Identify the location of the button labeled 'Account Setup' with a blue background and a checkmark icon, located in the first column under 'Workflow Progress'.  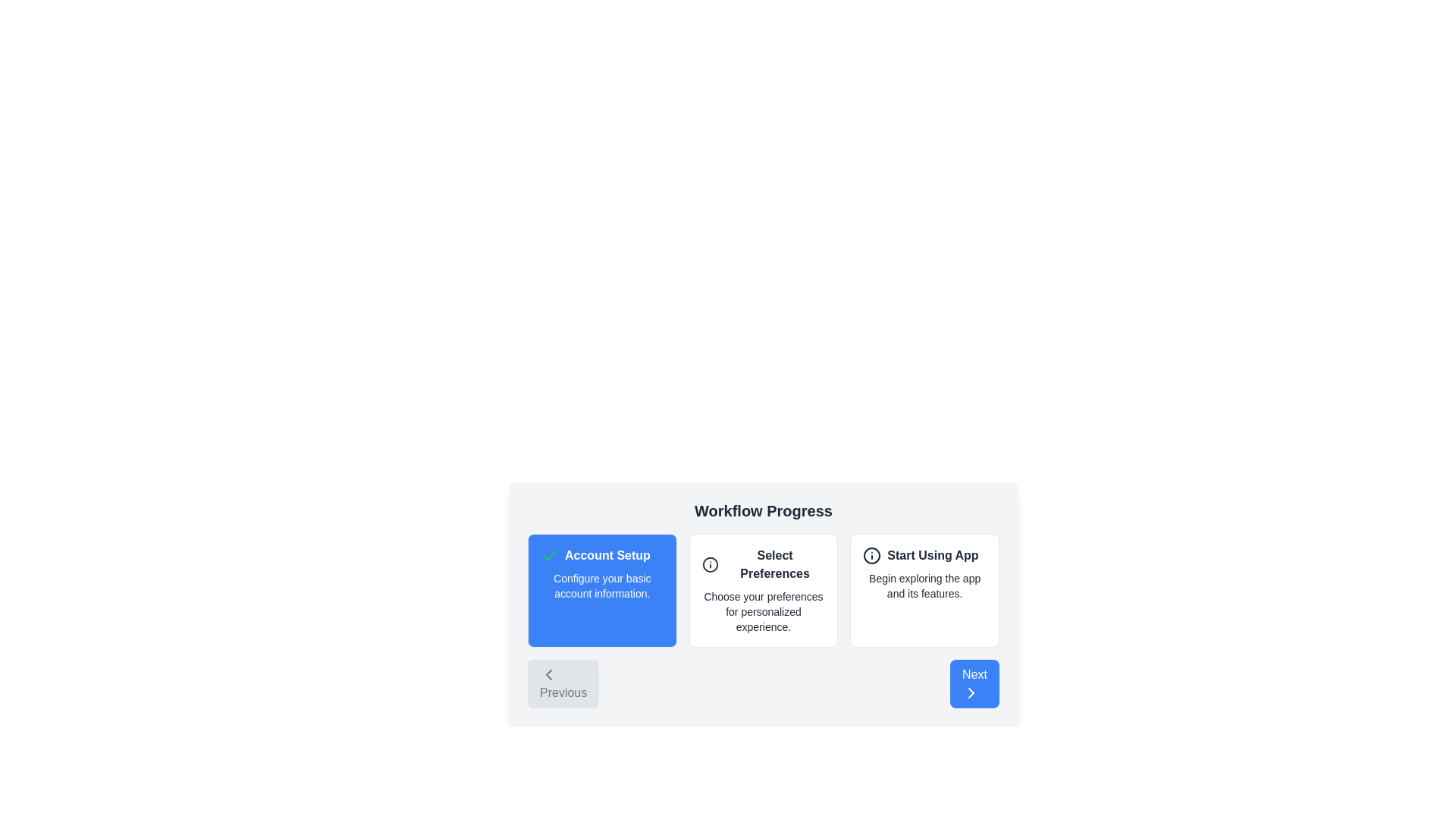
(601, 590).